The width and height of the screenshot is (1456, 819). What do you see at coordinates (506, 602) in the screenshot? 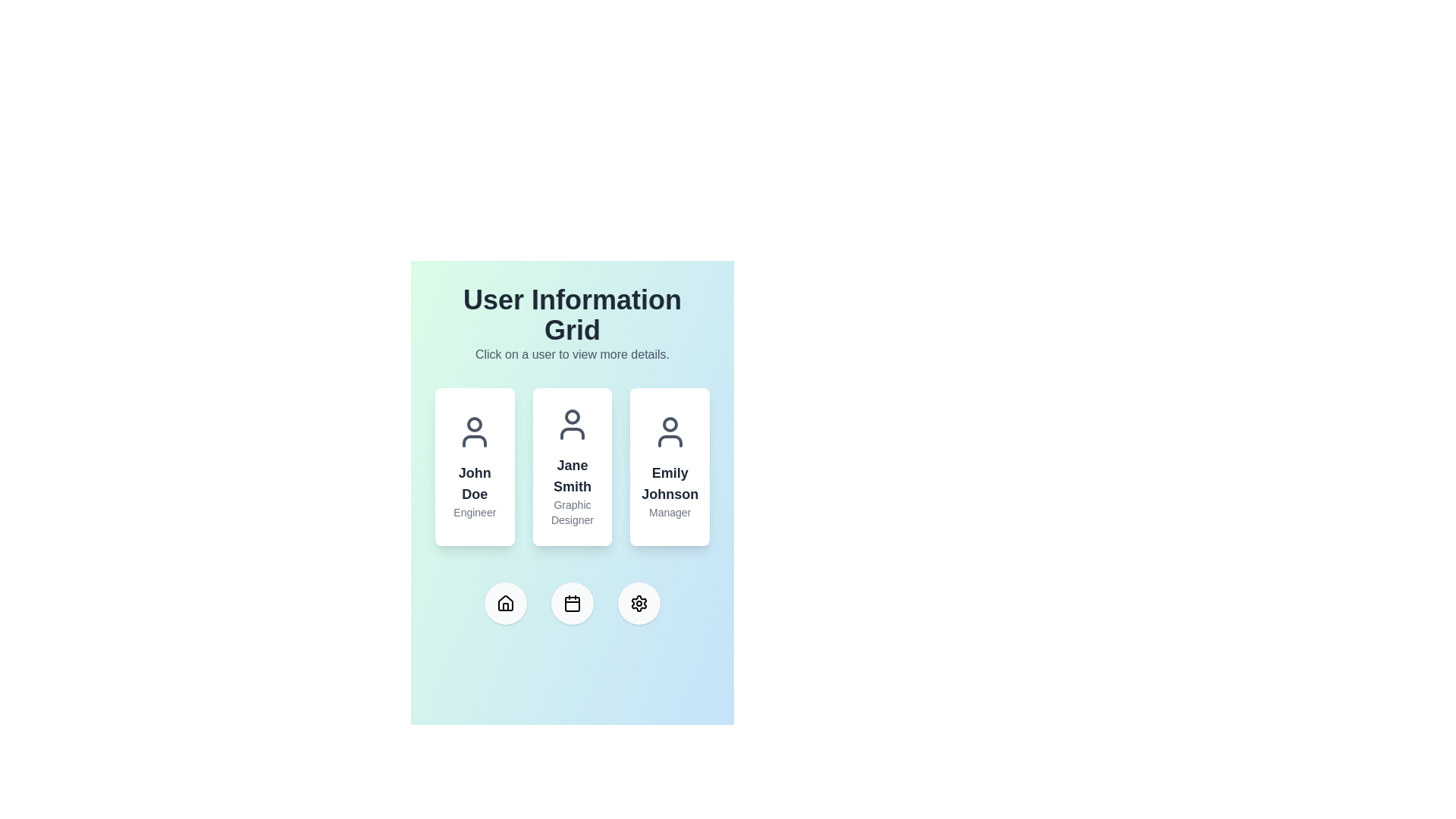
I see `the home button located at the bottom center of the interface, which is the leftmost button in a row of three buttons` at bounding box center [506, 602].